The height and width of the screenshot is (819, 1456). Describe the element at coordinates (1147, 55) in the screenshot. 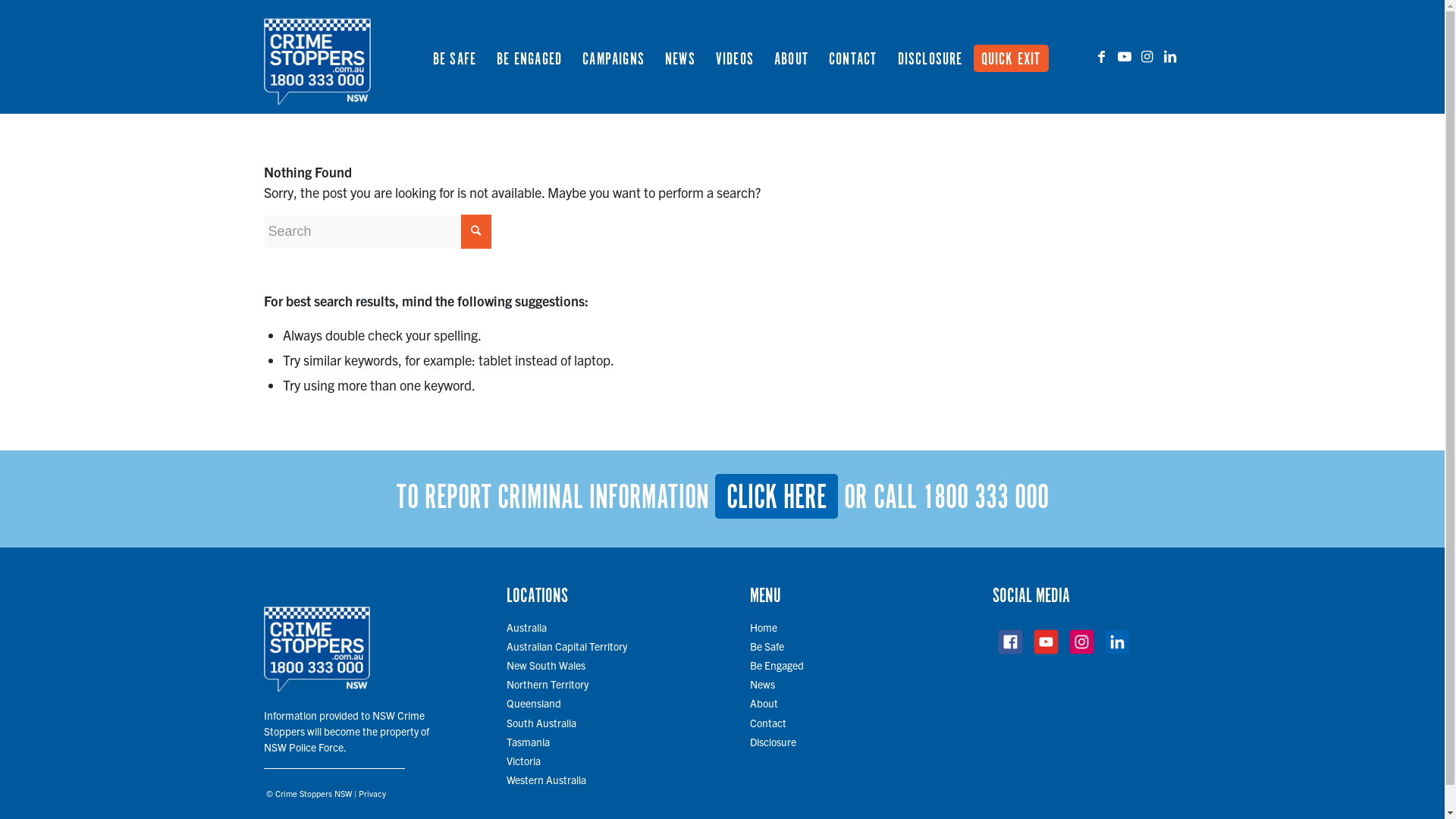

I see `'Instagram'` at that location.